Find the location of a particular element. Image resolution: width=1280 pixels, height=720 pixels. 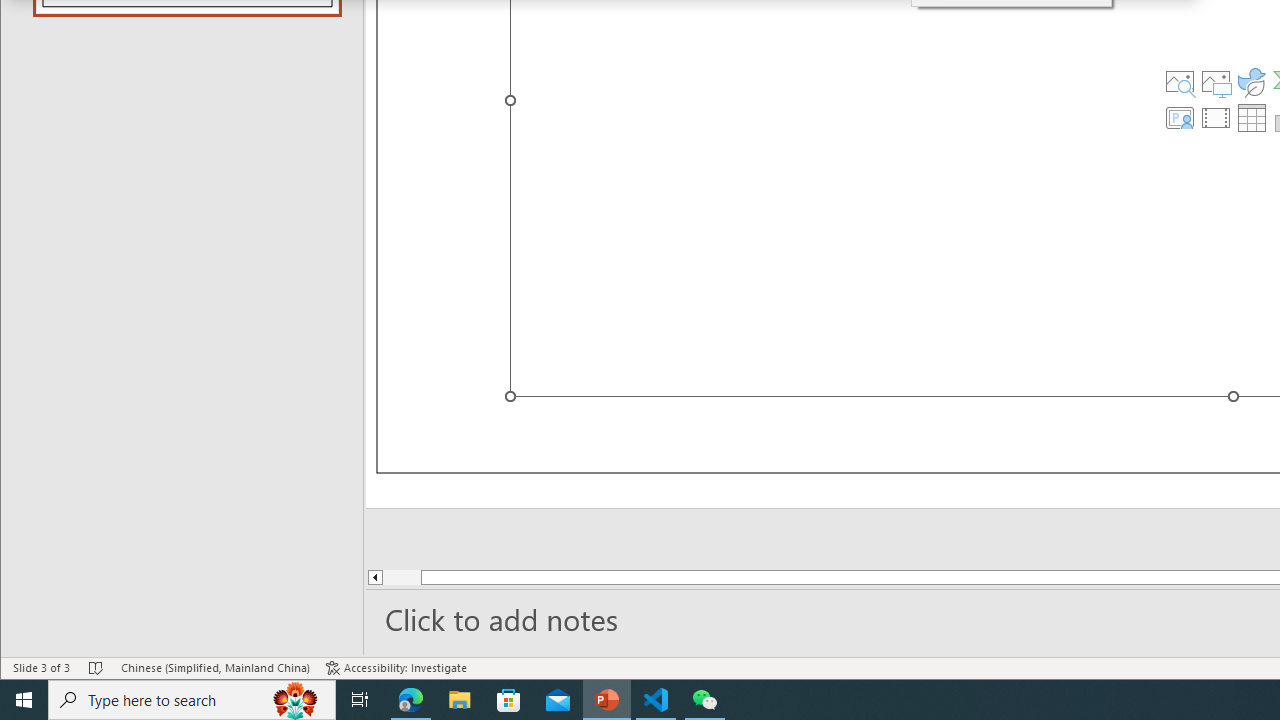

'Insert an Icon' is located at coordinates (1251, 81).